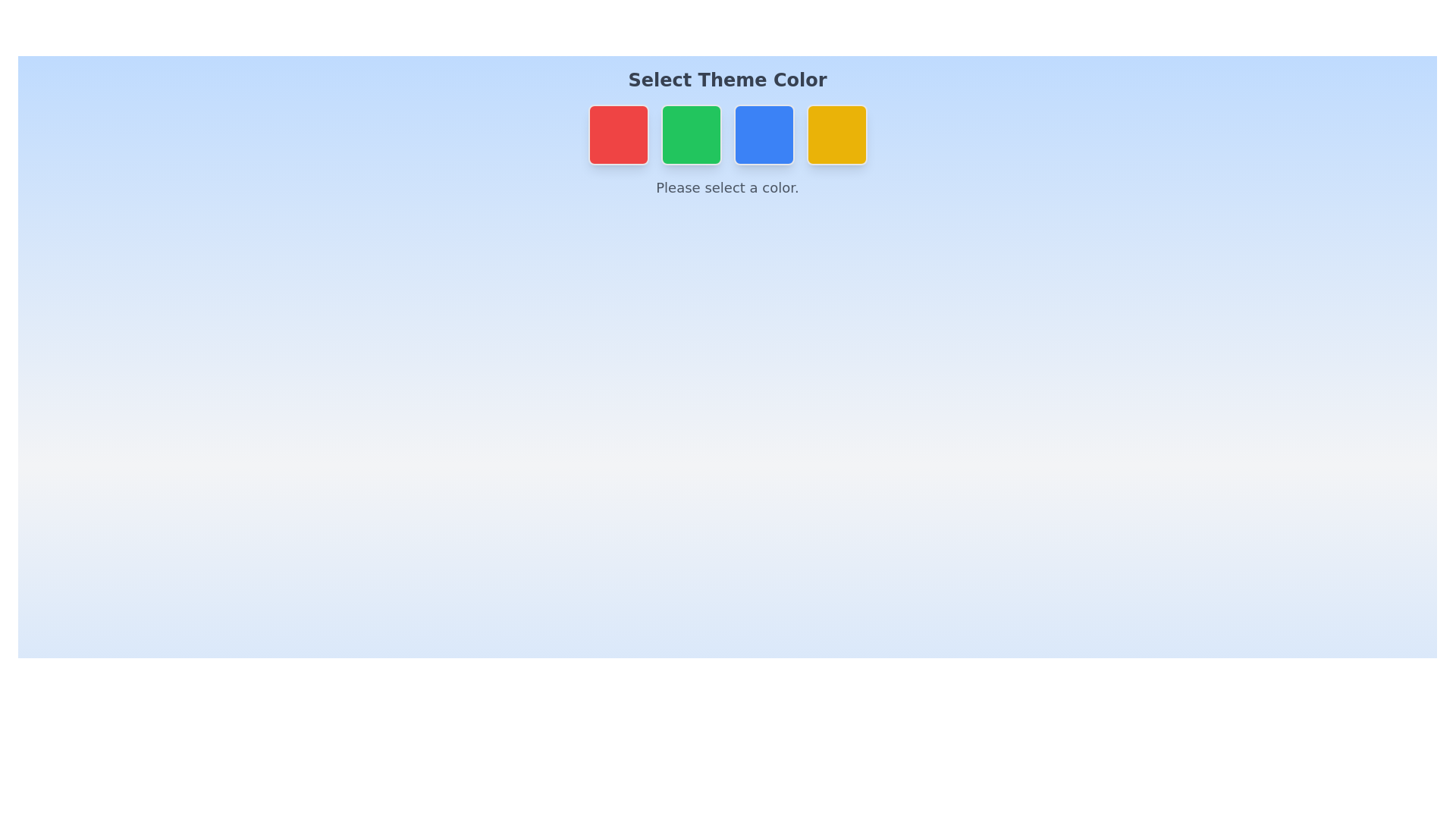 This screenshot has width=1456, height=819. I want to click on the color button corresponding to Red, so click(618, 133).